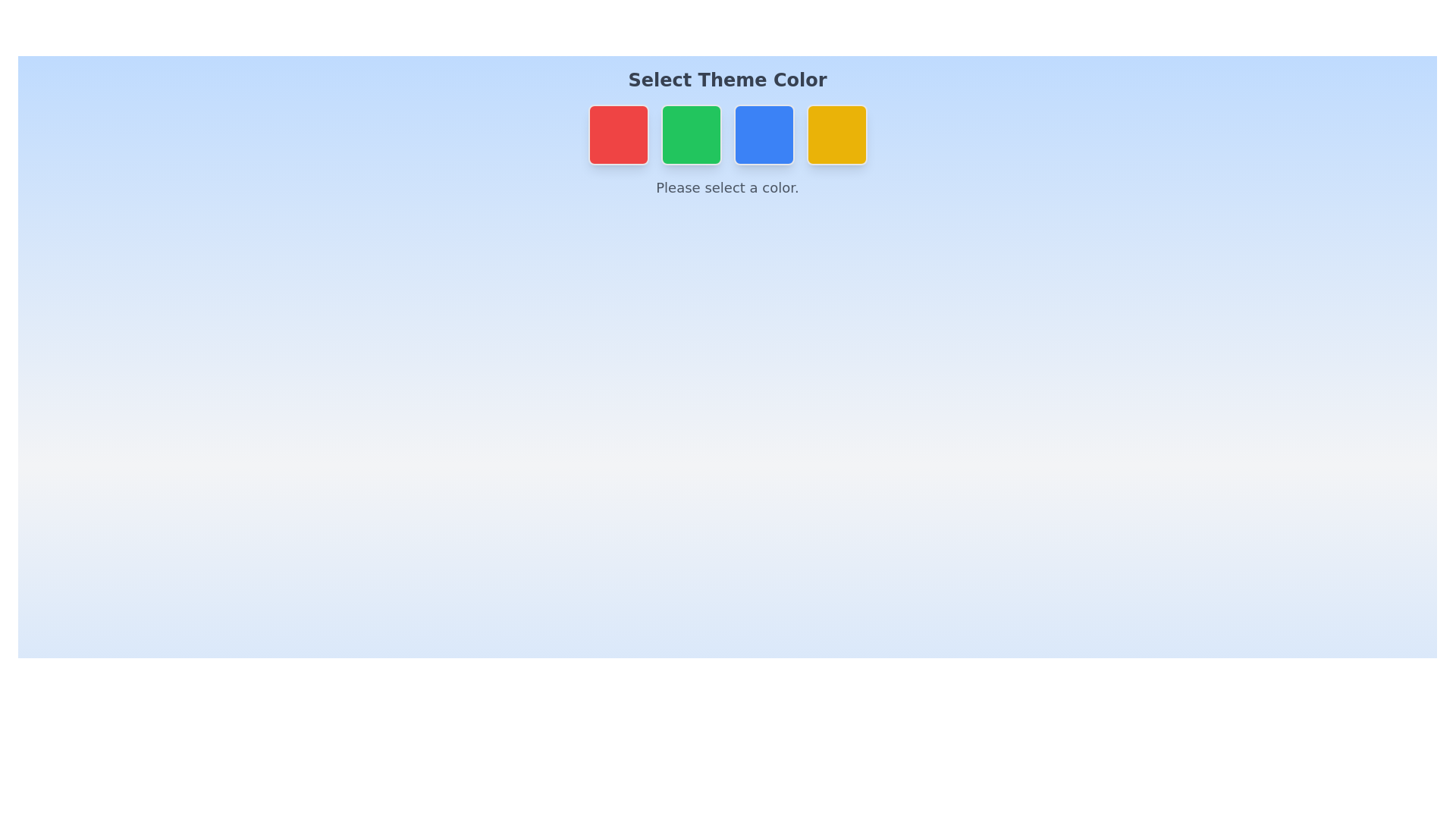 This screenshot has width=1456, height=819. I want to click on the color button corresponding to Red, so click(618, 133).